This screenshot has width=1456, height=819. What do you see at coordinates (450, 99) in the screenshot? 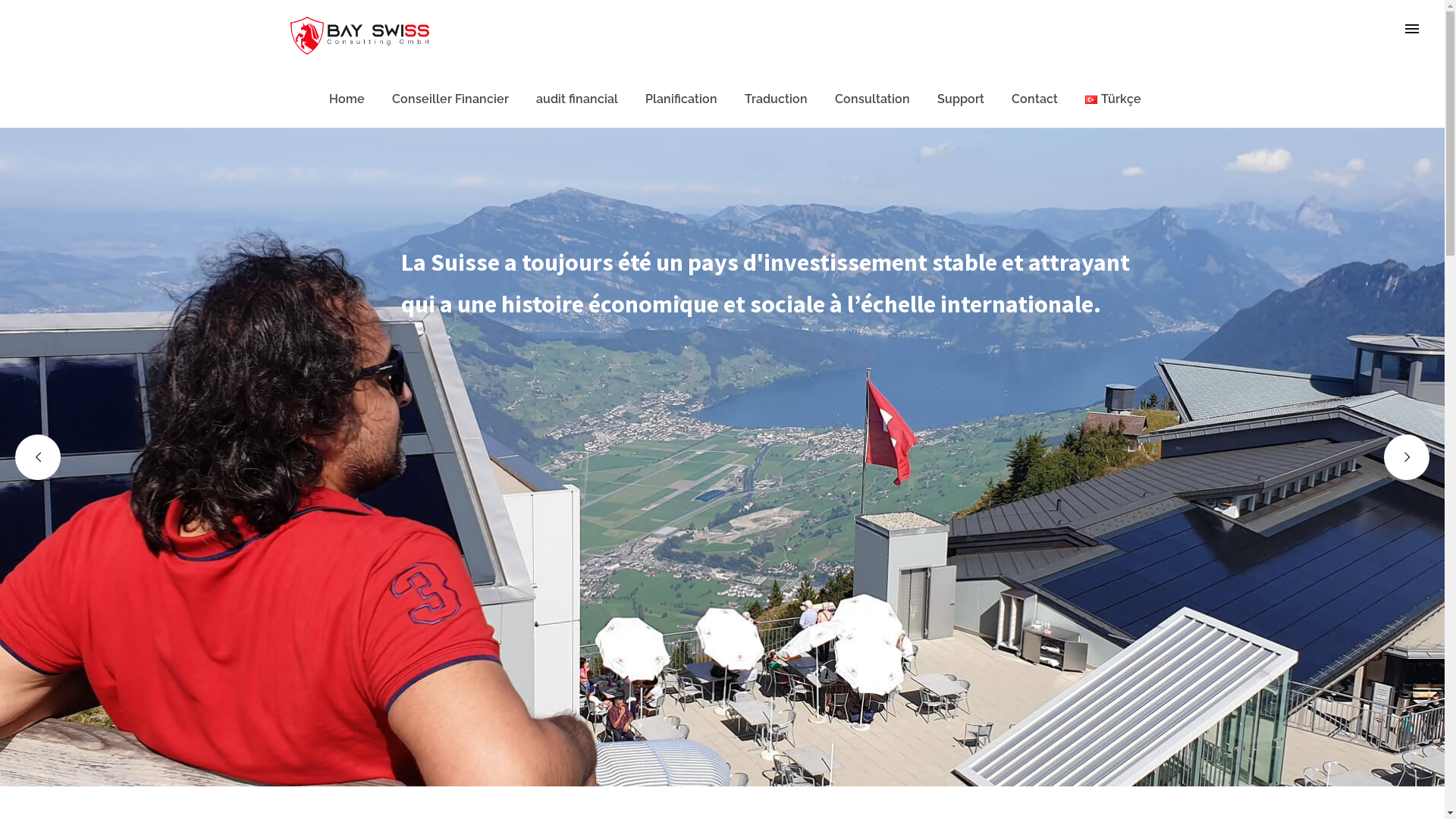
I see `'Conseiller Financier'` at bounding box center [450, 99].